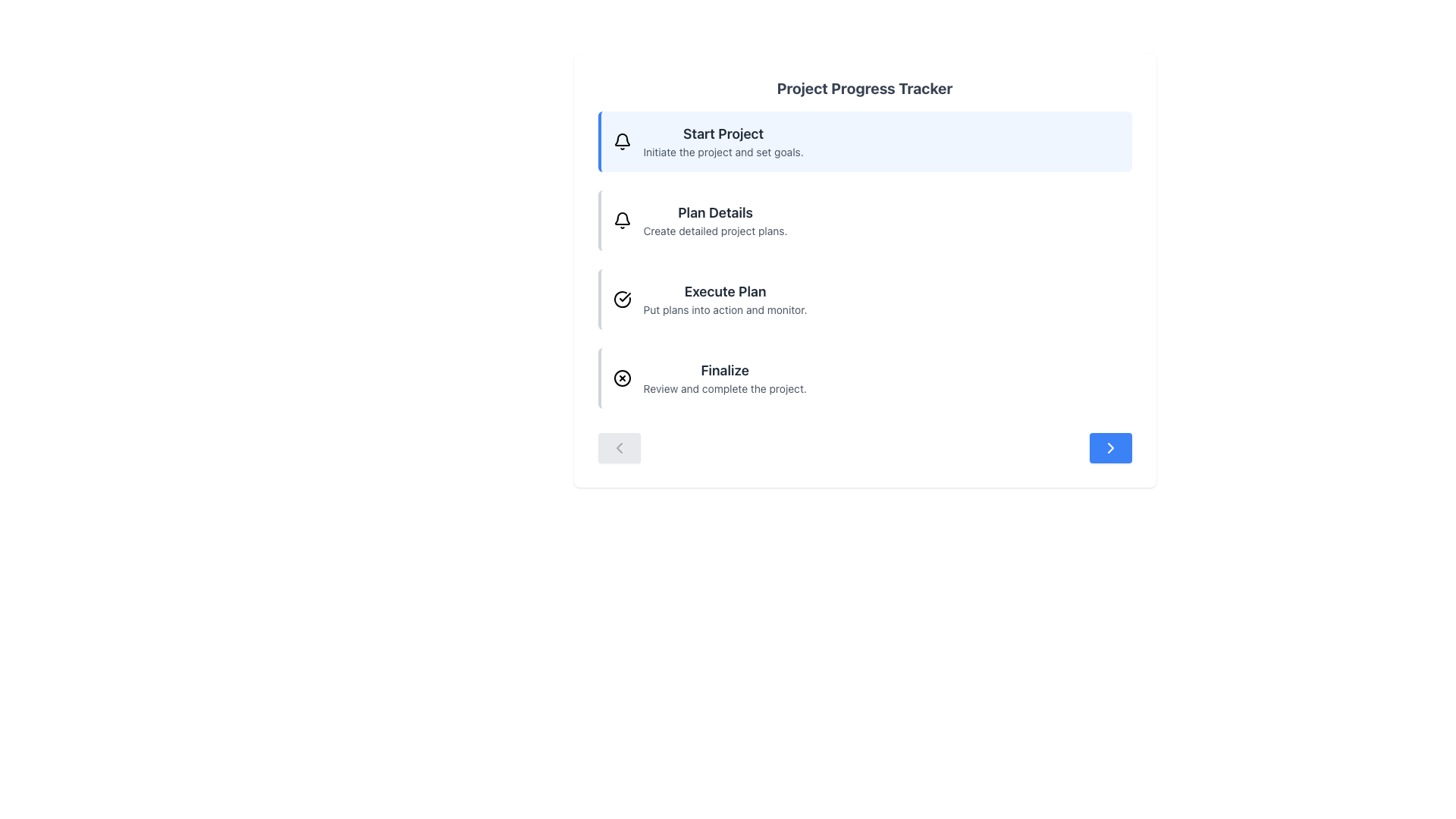 The height and width of the screenshot is (819, 1456). I want to click on the decorative icon representing the 'Execute Plan' step in the project progress tracker, located in the third row of the task list, so click(622, 299).